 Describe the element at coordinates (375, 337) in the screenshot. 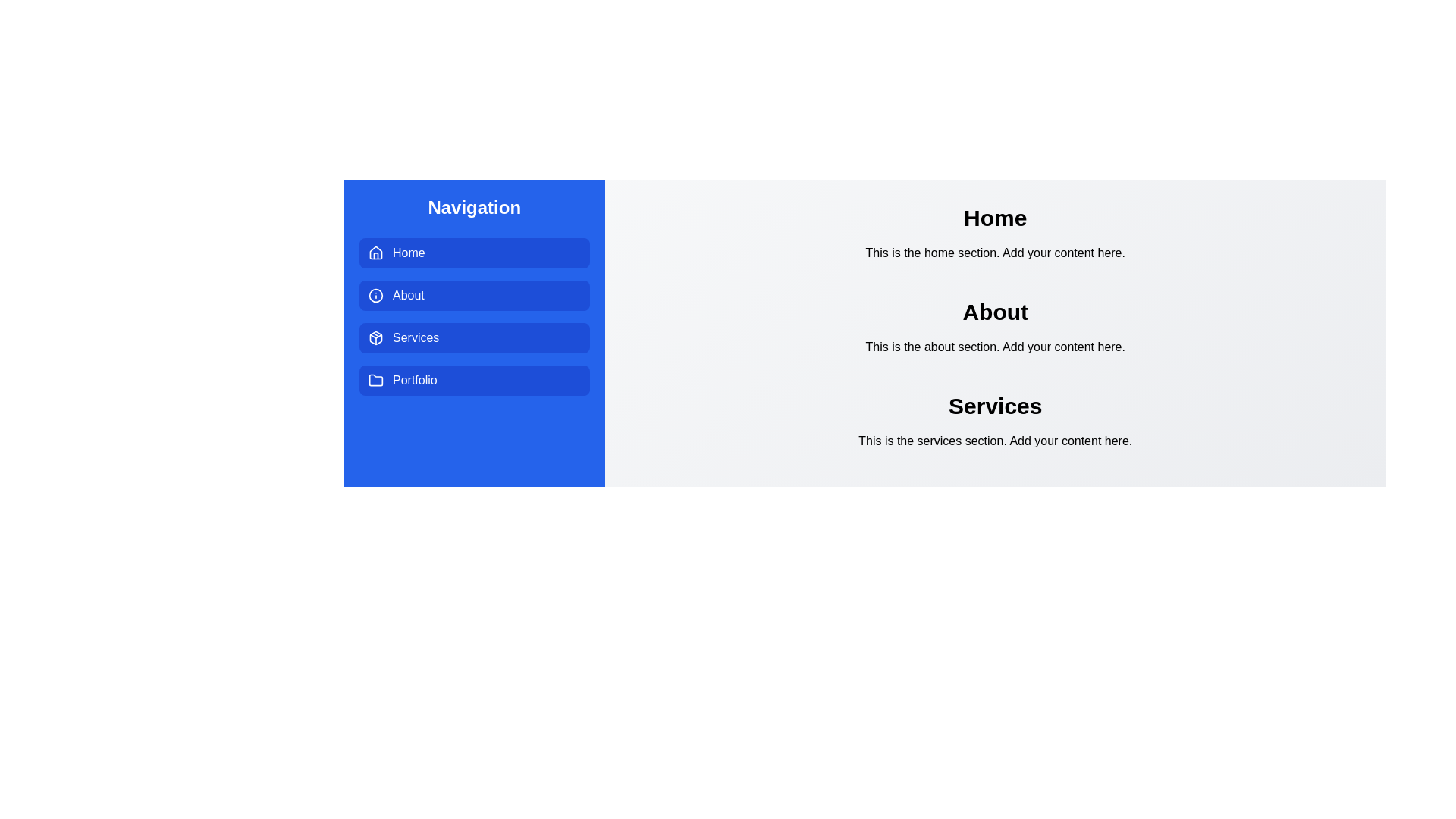

I see `the 'Services' icon located in the navigation panel on the left side of the layout` at that location.